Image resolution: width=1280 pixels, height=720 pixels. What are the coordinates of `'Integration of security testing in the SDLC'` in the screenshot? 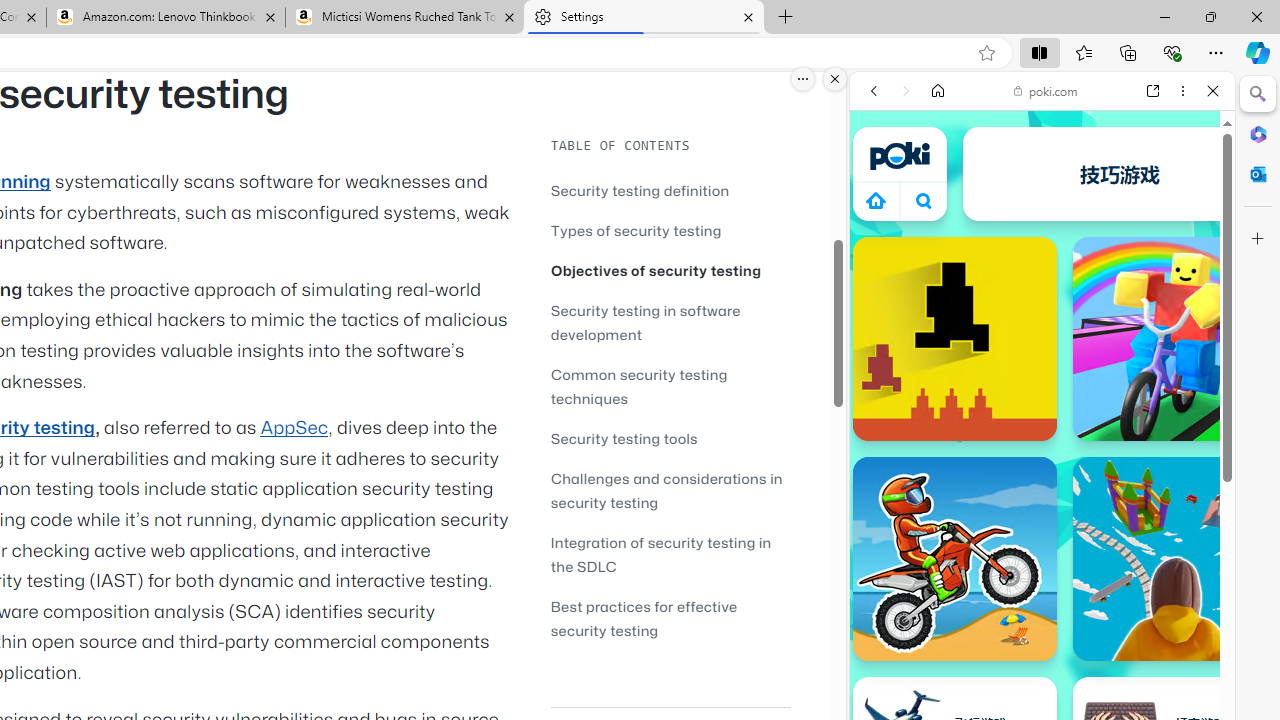 It's located at (670, 554).